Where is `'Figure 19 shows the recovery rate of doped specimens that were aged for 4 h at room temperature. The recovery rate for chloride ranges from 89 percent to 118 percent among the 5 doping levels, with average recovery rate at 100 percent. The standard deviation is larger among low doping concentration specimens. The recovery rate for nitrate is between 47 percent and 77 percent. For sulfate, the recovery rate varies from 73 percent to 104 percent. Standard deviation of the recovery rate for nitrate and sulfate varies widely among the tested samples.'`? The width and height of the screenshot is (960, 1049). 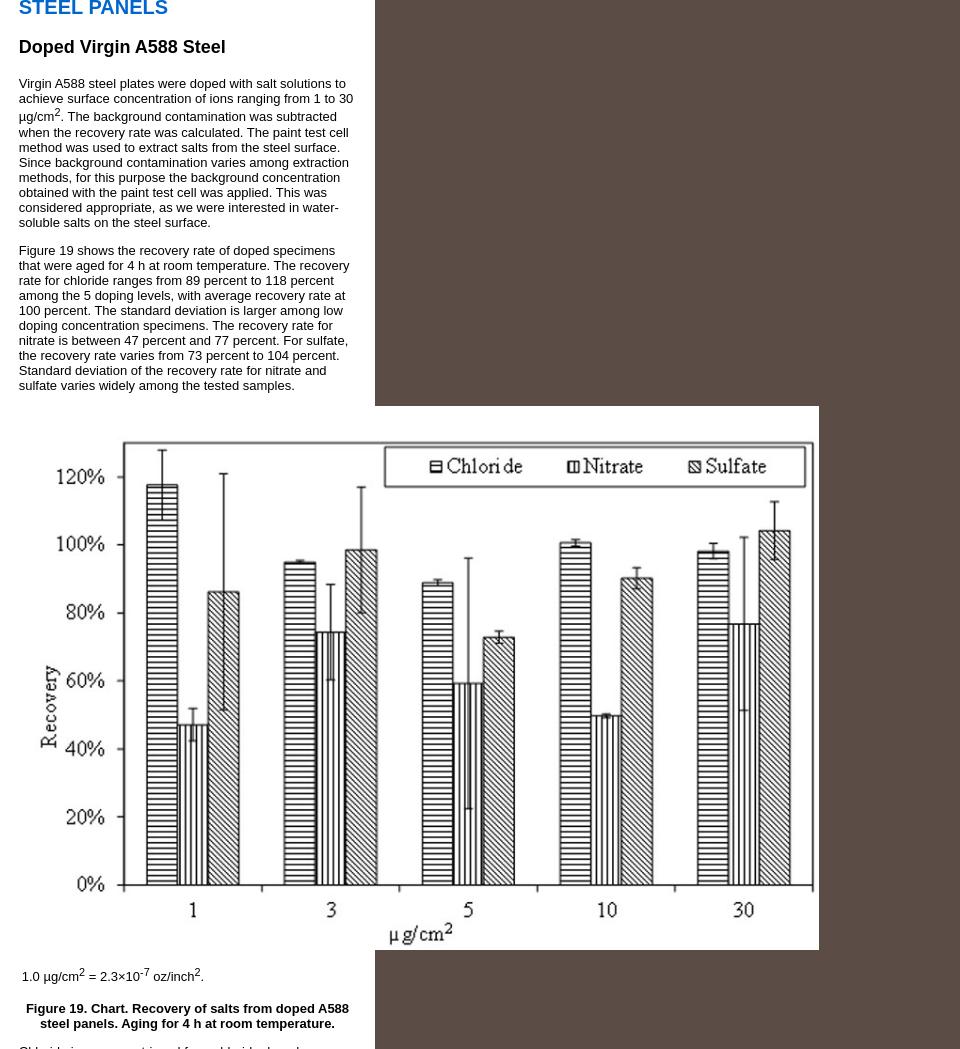 'Figure 19 shows the recovery rate of doped specimens that were aged for 4 h at room temperature. The recovery rate for chloride ranges from 89 percent to 118 percent among the 5 doping levels, with average recovery rate at 100 percent. The standard deviation is larger among low doping concentration specimens. The recovery rate for nitrate is between 47 percent and 77 percent. For sulfate, the recovery rate varies from 73 percent to 104 percent. Standard deviation of the recovery rate for nitrate and sulfate varies widely among the tested samples.' is located at coordinates (16, 317).